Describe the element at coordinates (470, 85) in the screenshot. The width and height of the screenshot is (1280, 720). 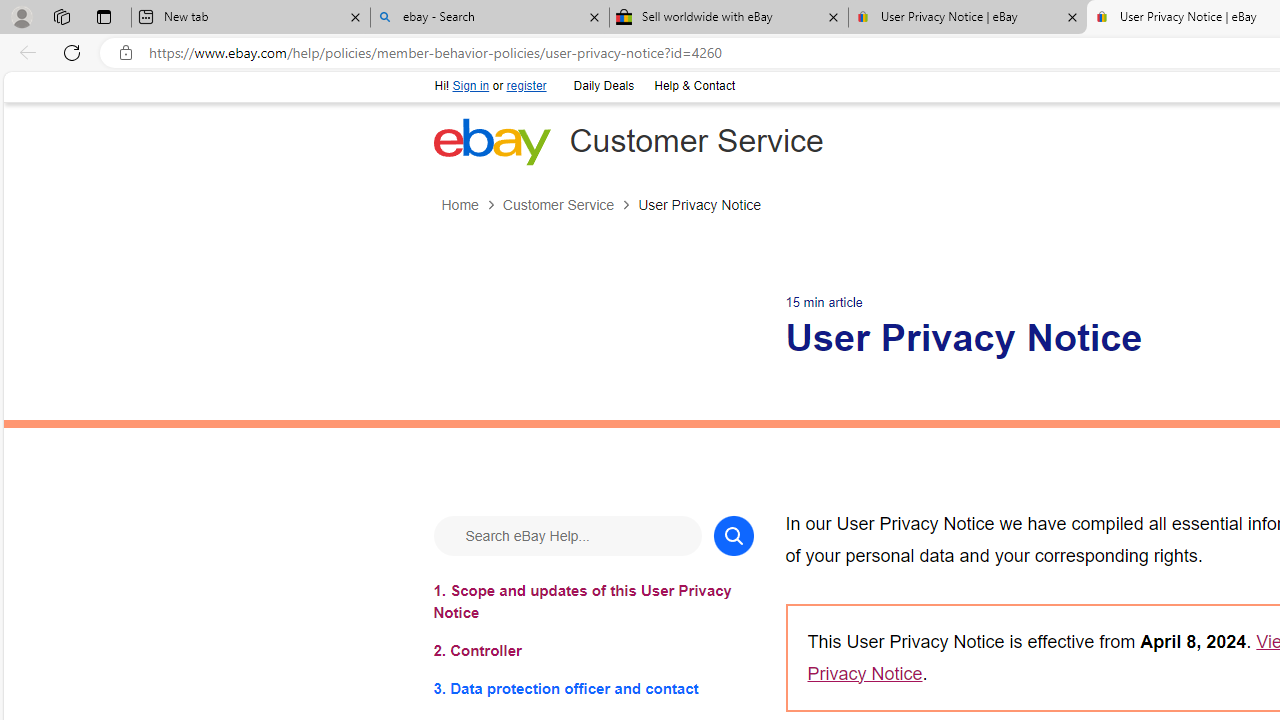
I see `'Sign in'` at that location.